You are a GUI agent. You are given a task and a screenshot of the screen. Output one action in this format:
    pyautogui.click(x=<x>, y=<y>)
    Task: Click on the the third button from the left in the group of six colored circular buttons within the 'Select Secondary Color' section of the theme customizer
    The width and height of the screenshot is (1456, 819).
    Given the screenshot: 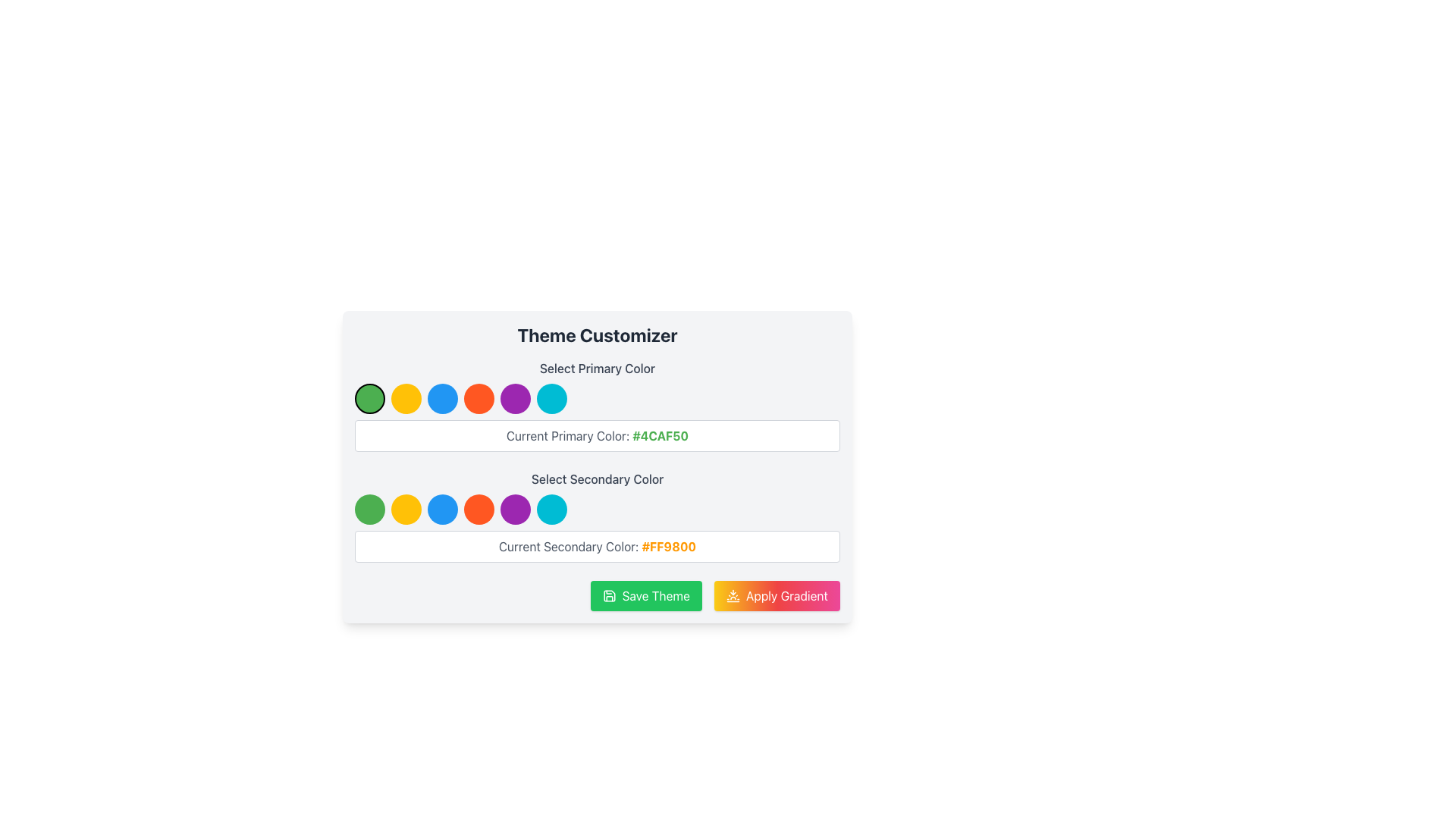 What is the action you would take?
    pyautogui.click(x=442, y=509)
    